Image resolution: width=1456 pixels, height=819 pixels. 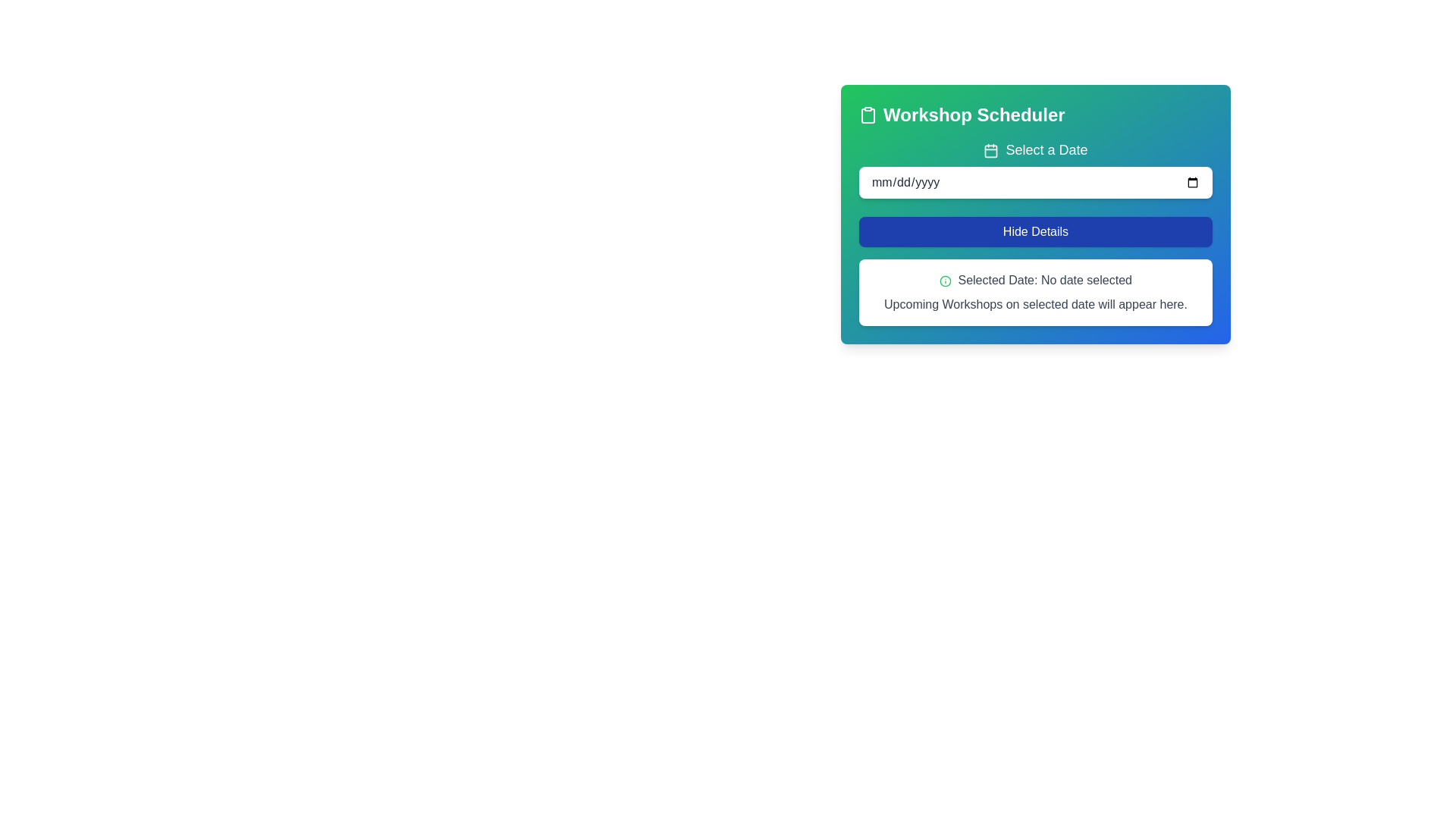 What do you see at coordinates (1035, 231) in the screenshot?
I see `the 'Hide Details' button with a blue background and white text, located in the 'Workshop Scheduler' panel, to hide details` at bounding box center [1035, 231].